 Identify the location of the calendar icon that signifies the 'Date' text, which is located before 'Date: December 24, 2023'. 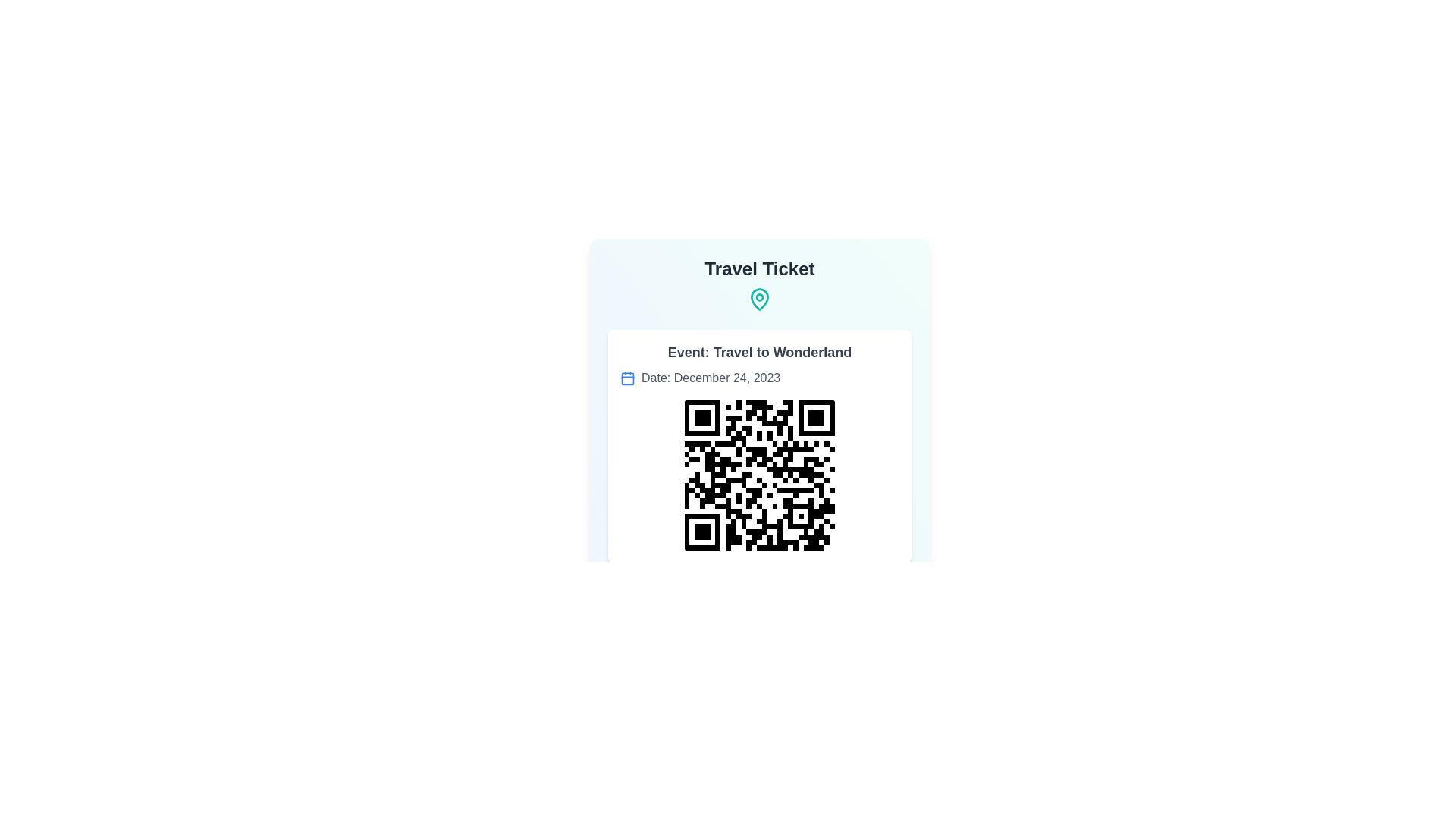
(628, 377).